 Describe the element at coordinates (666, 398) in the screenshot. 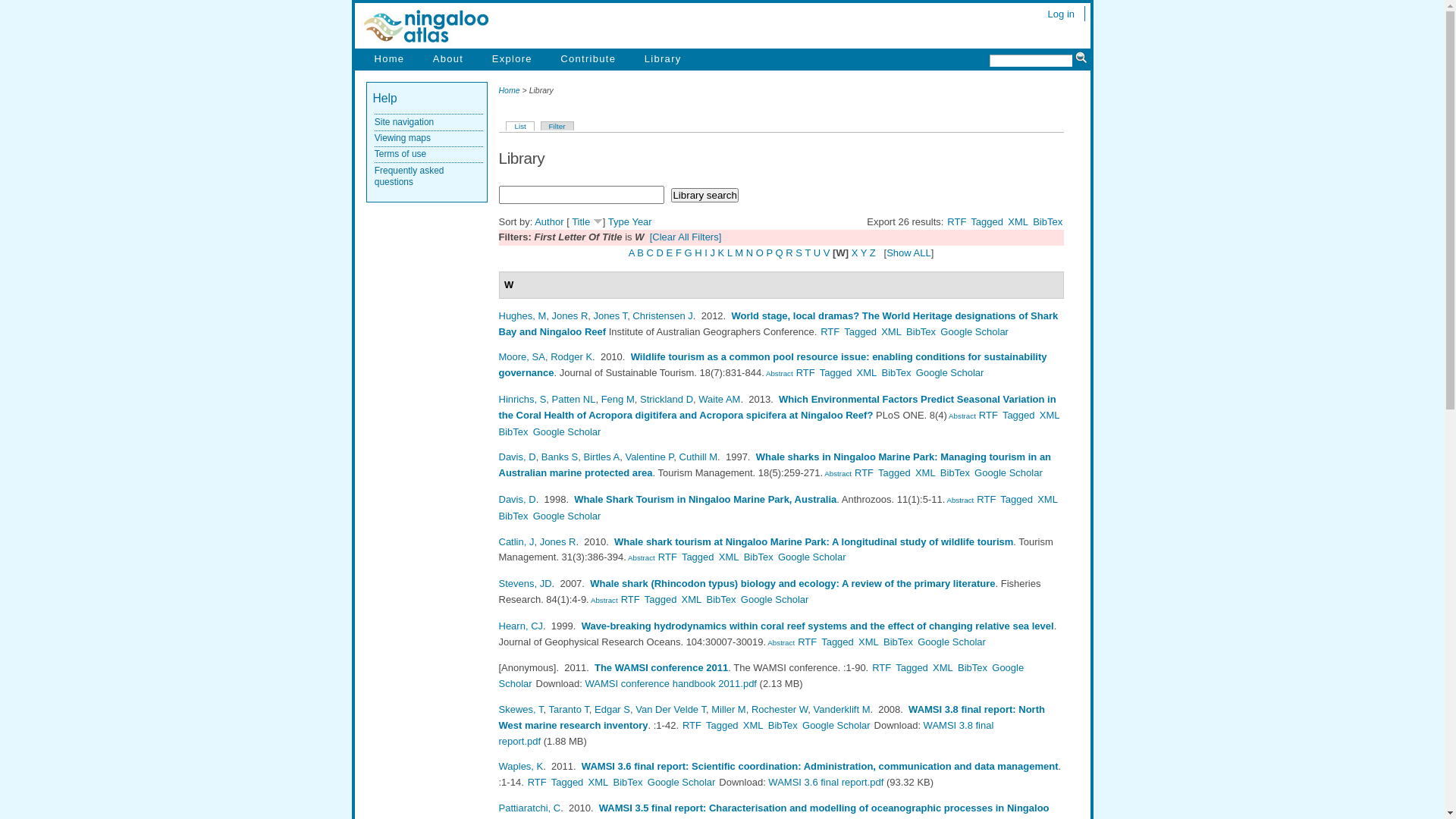

I see `'Strickland D'` at that location.